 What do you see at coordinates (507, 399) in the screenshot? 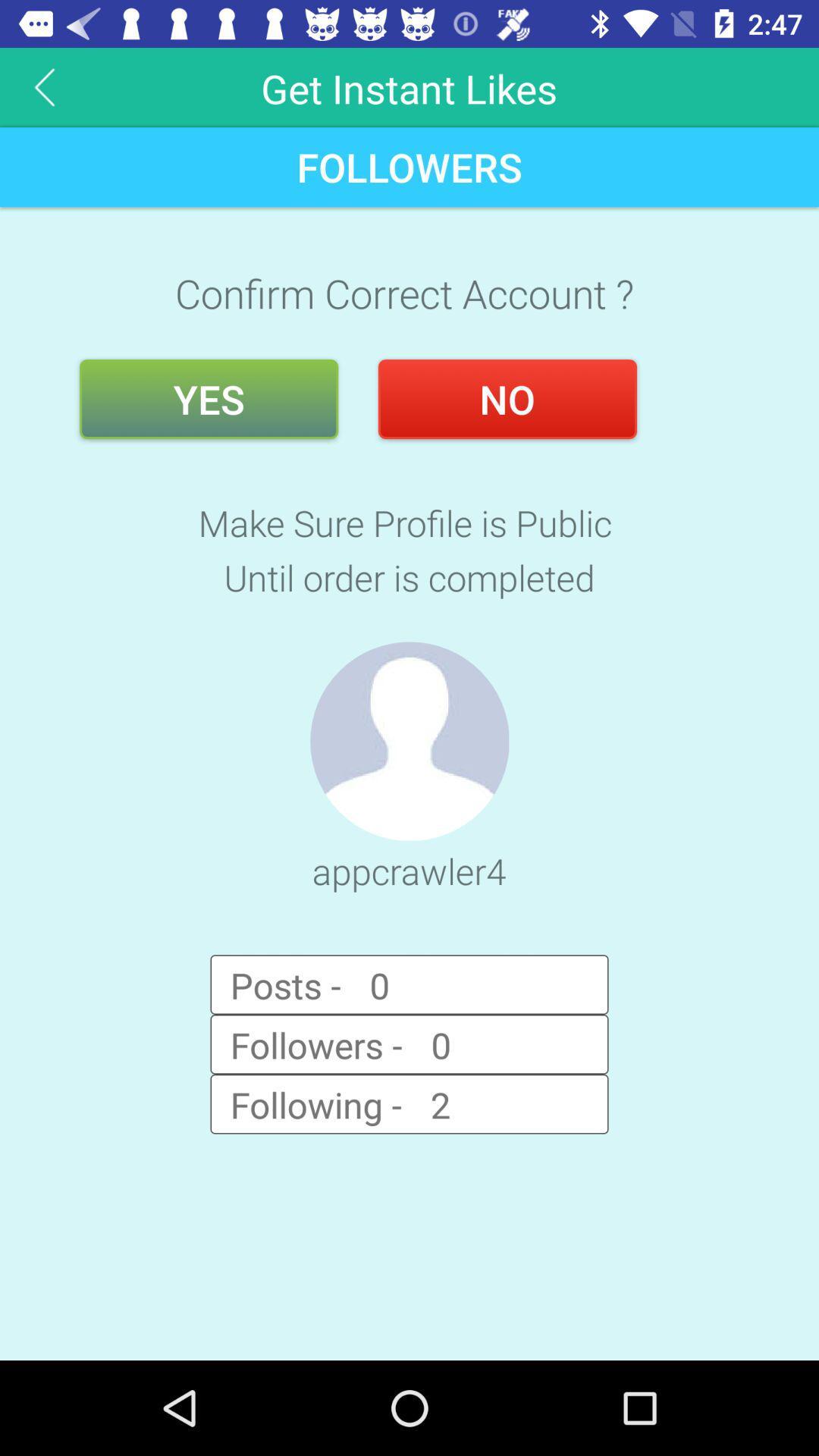
I see `the no` at bounding box center [507, 399].